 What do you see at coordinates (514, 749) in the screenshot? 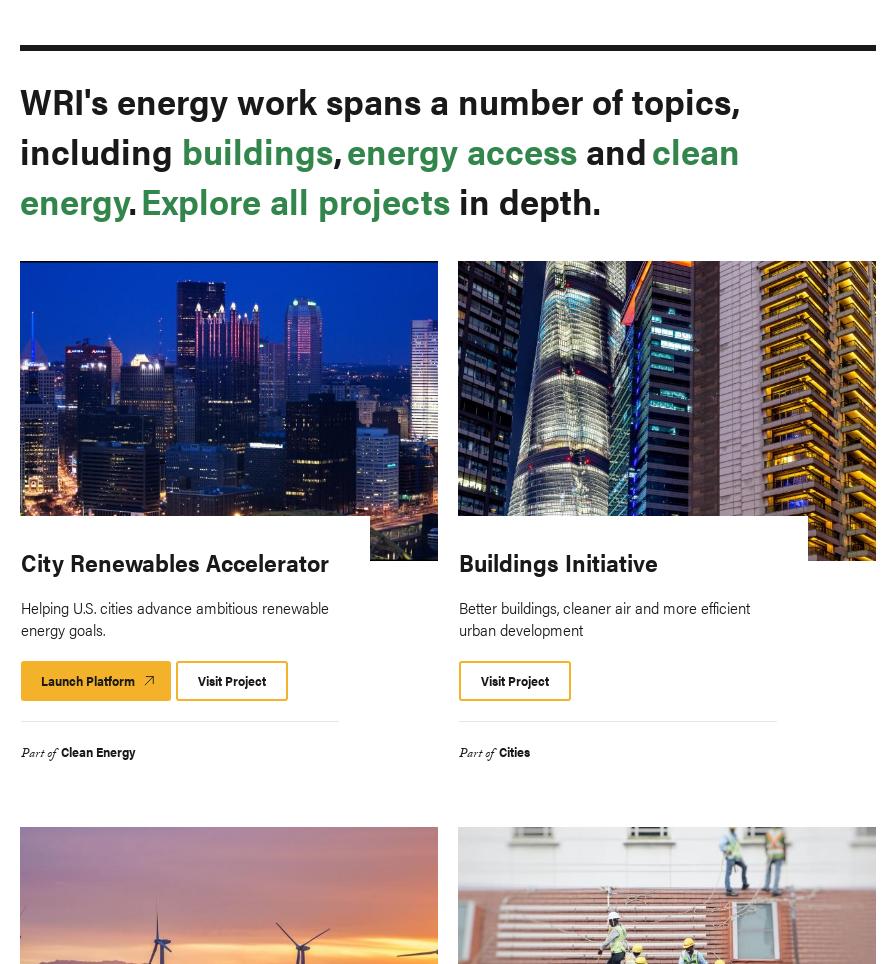
I see `'Cities'` at bounding box center [514, 749].